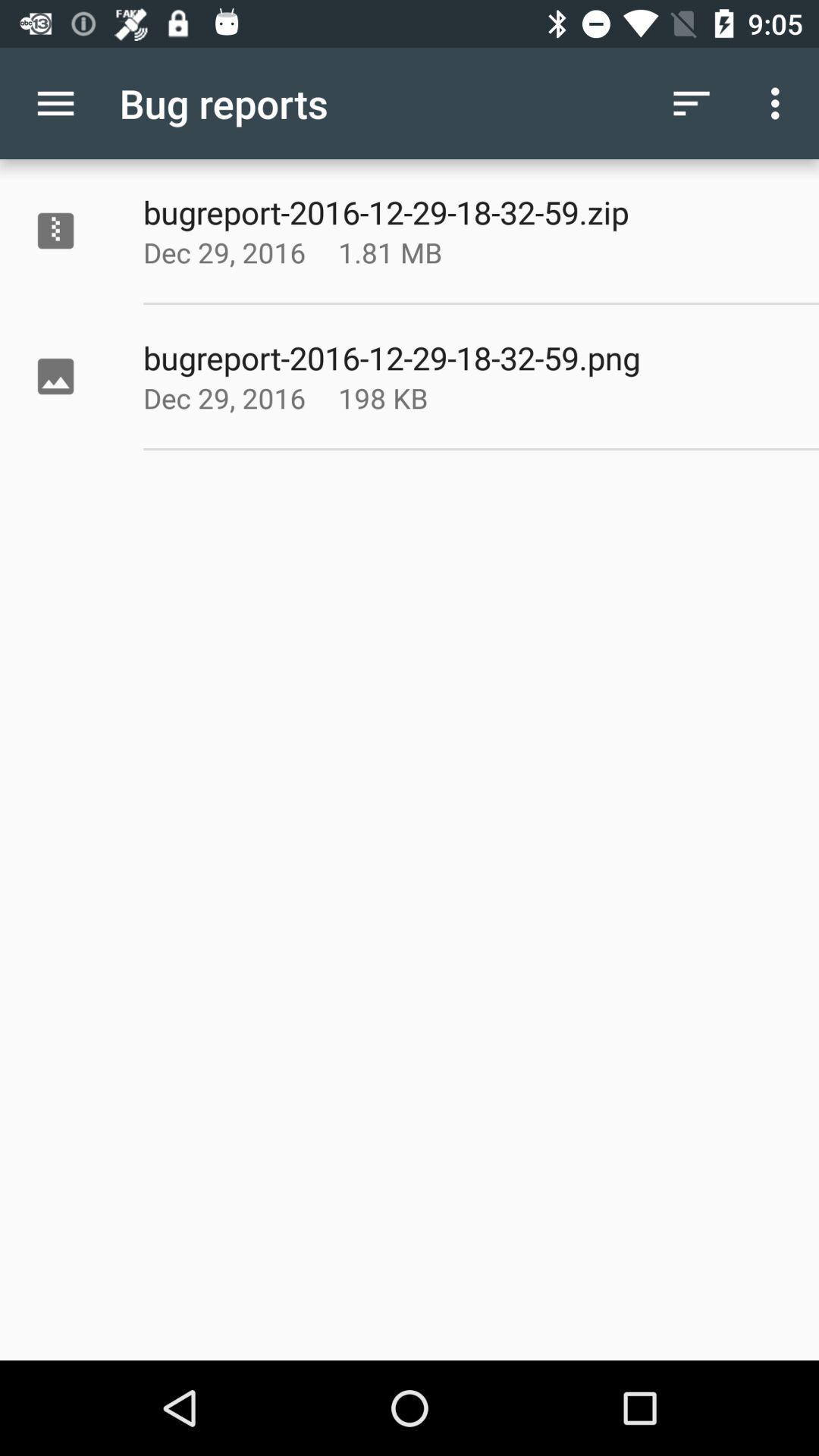 The height and width of the screenshot is (1456, 819). Describe the element at coordinates (55, 102) in the screenshot. I see `the app to the left of the bug reports app` at that location.